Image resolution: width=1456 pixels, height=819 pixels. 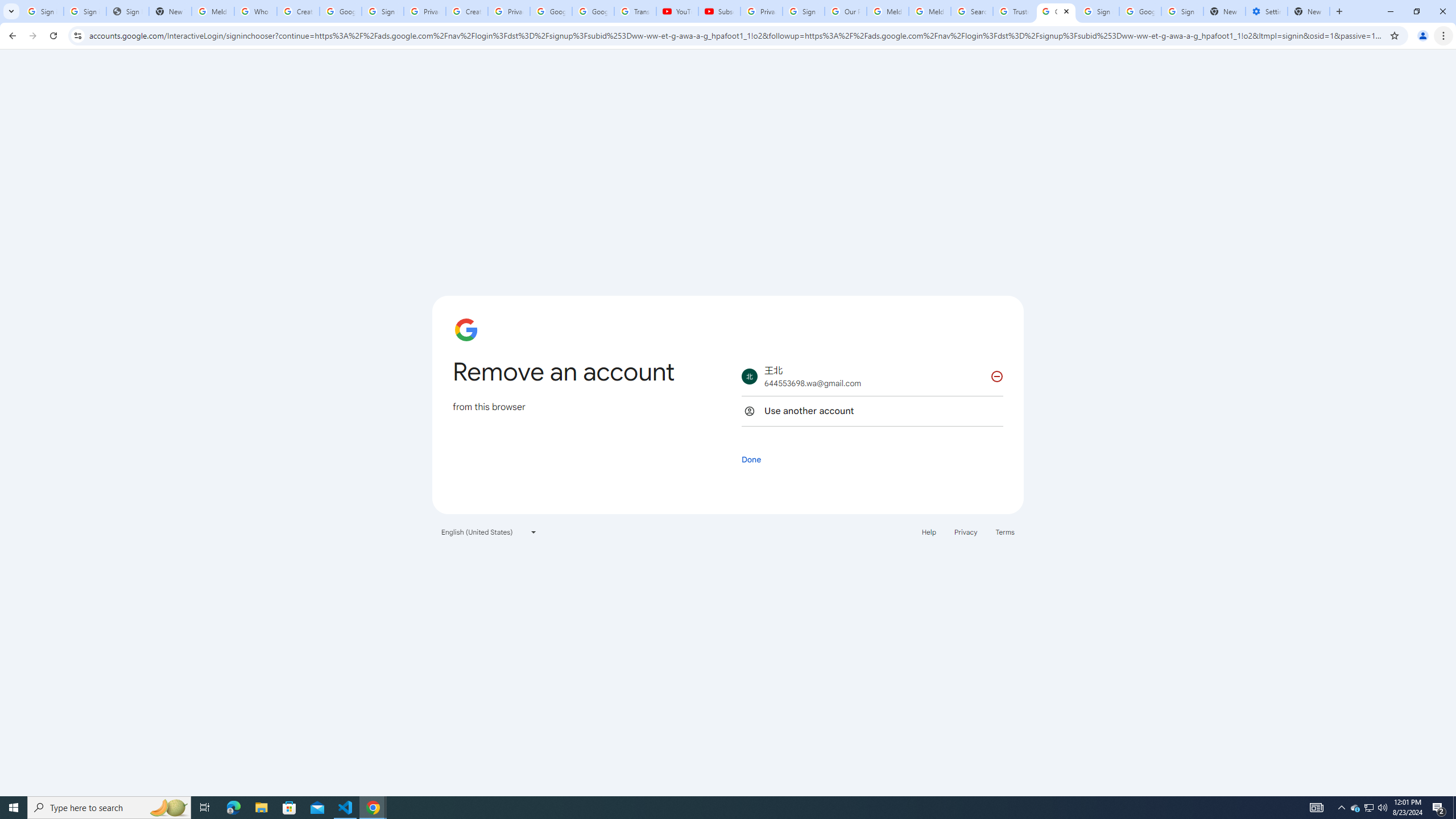 What do you see at coordinates (466, 11) in the screenshot?
I see `'Create your Google Account'` at bounding box center [466, 11].